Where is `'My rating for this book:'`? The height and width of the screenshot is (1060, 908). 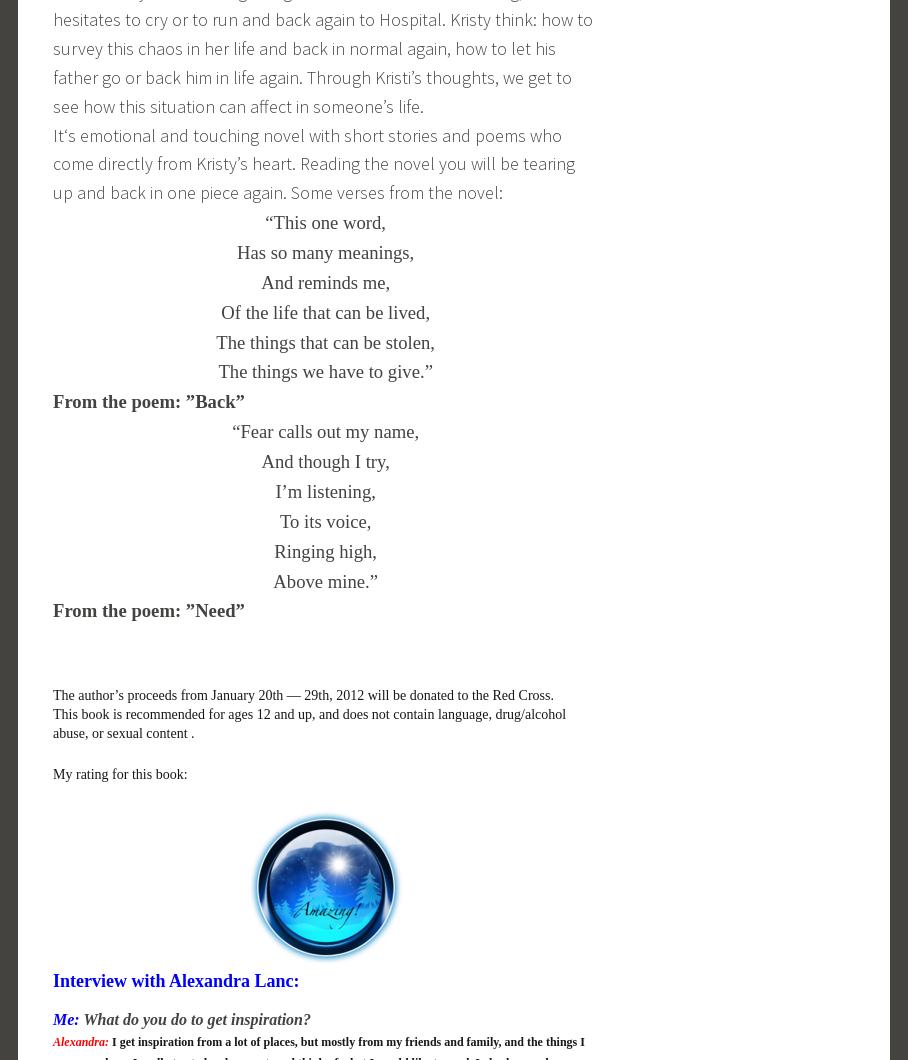
'My rating for this book:' is located at coordinates (120, 773).